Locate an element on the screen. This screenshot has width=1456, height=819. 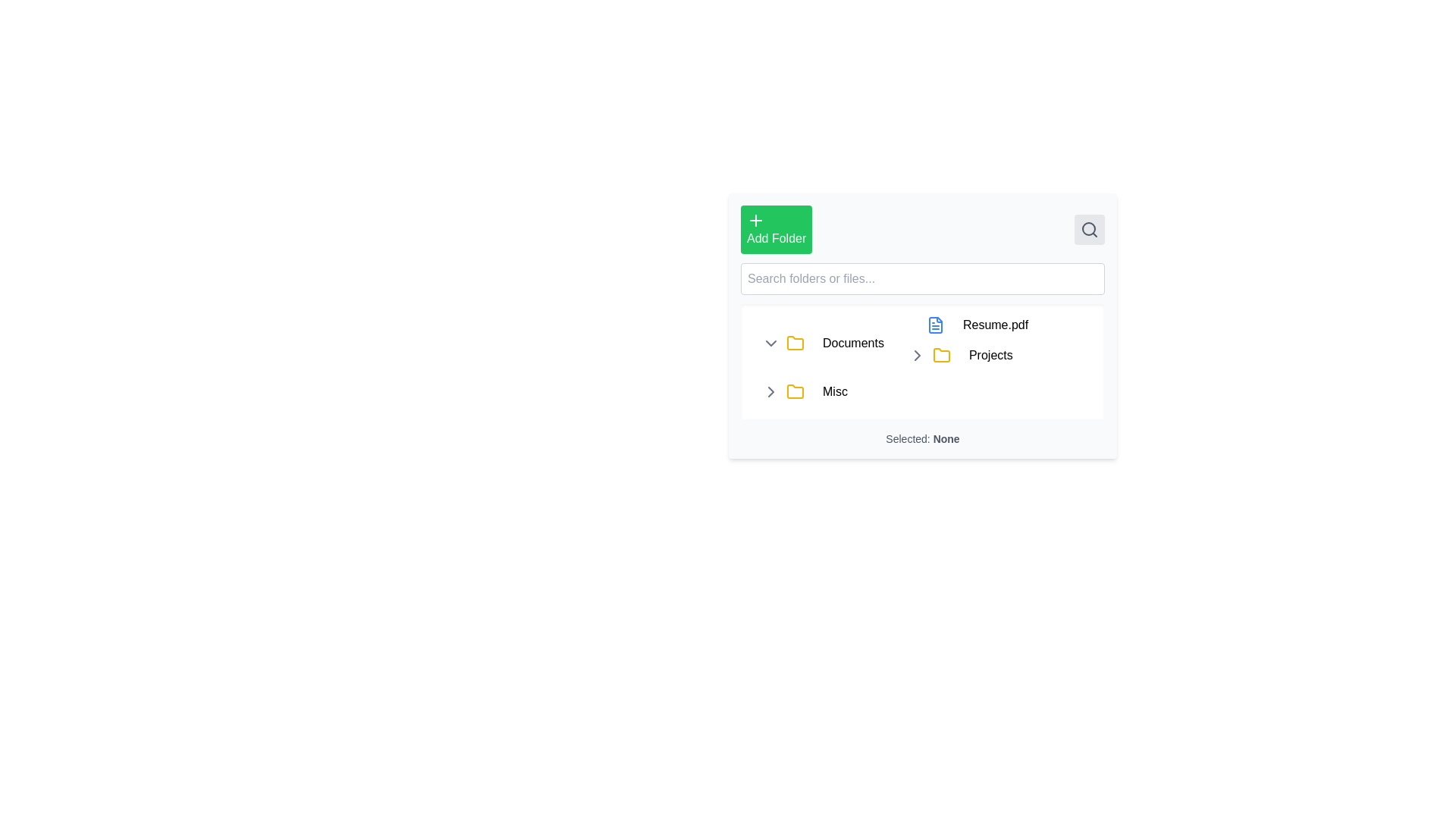
the yellow folder icon located to the left of the 'Projects' text in the folder section is located at coordinates (940, 356).